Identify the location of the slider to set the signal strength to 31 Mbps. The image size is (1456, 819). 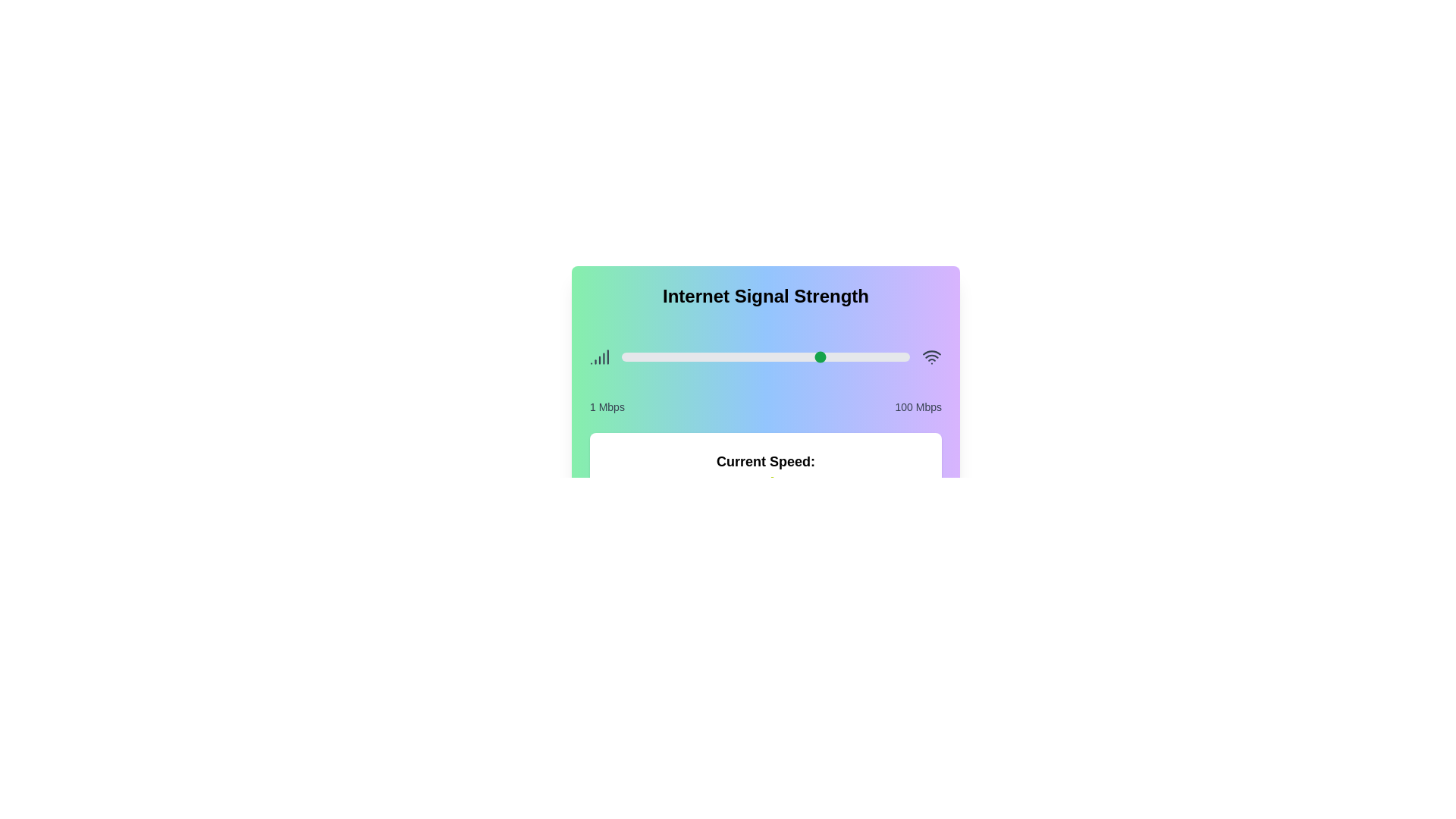
(708, 356).